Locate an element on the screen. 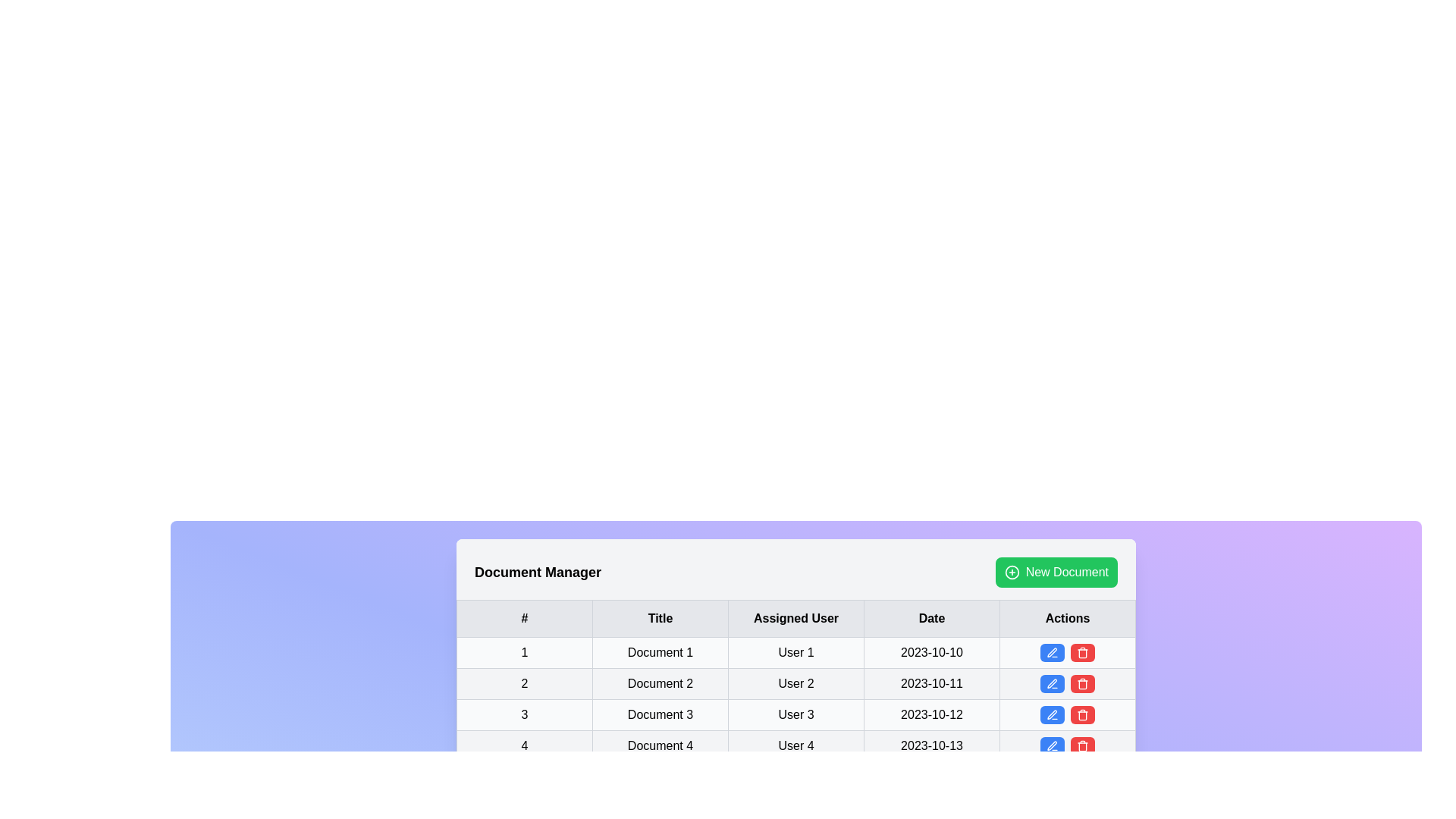 The height and width of the screenshot is (819, 1456). the trash icon within the red button located in the 'Actions' column of the last row is located at coordinates (1082, 684).